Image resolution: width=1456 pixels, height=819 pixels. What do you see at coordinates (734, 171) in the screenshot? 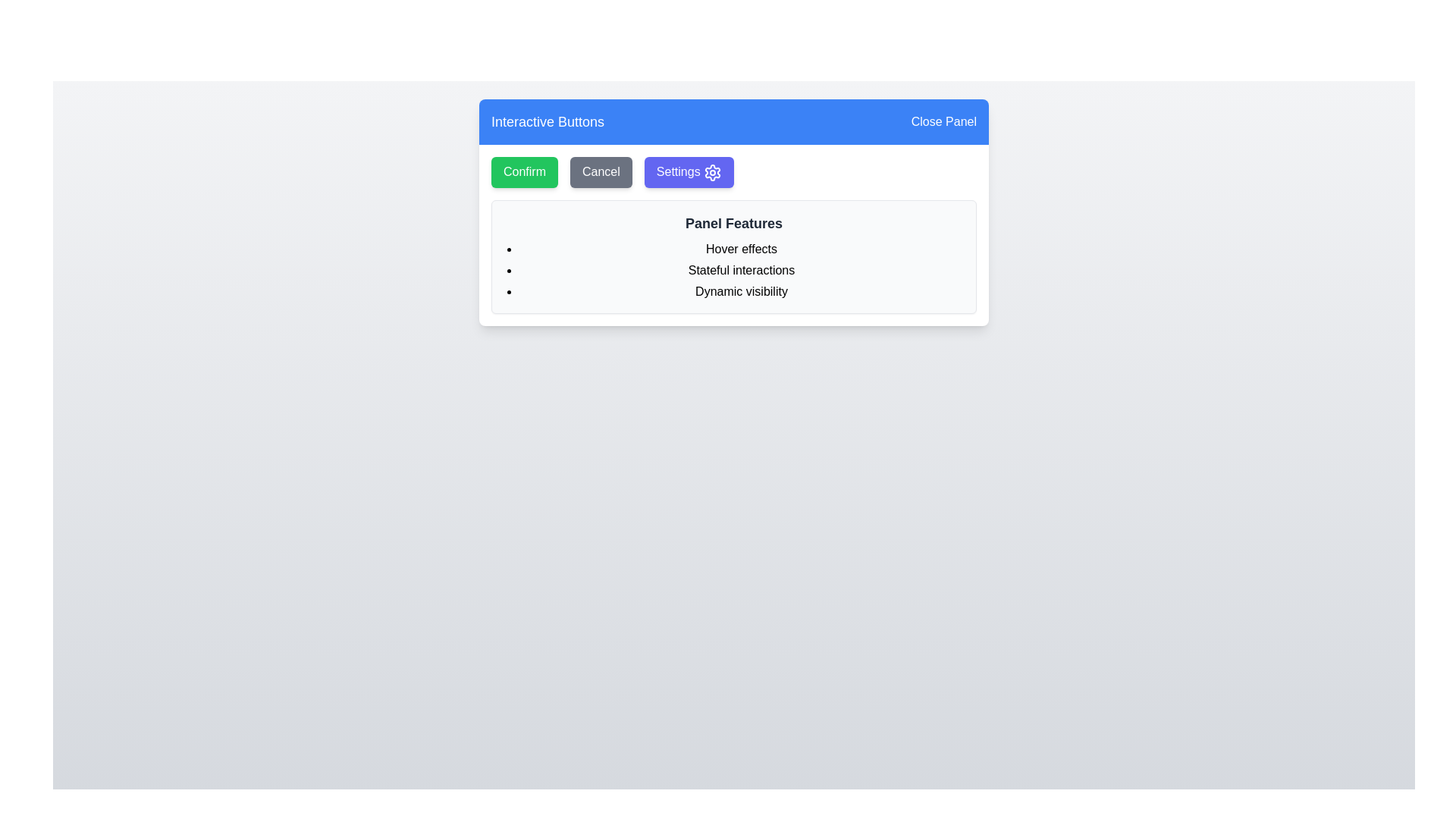
I see `the 'Settings' button in the horizontal button group` at bounding box center [734, 171].